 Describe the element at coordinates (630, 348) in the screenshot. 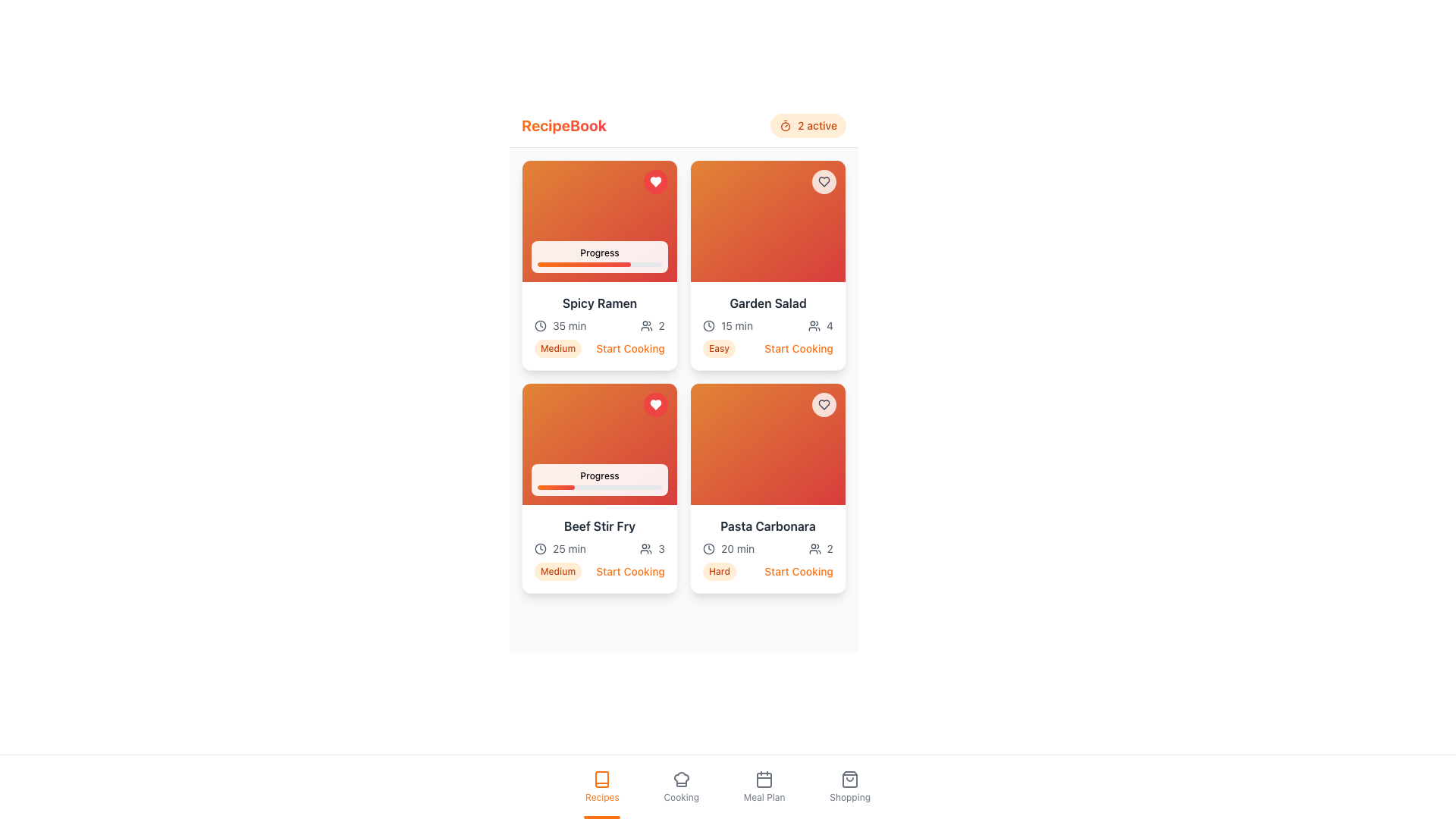

I see `the 'Start Cooking' button, which is an orange text label positioned below the recipe title in the Spicy Ramen card, to observe any hover effects like color change` at that location.